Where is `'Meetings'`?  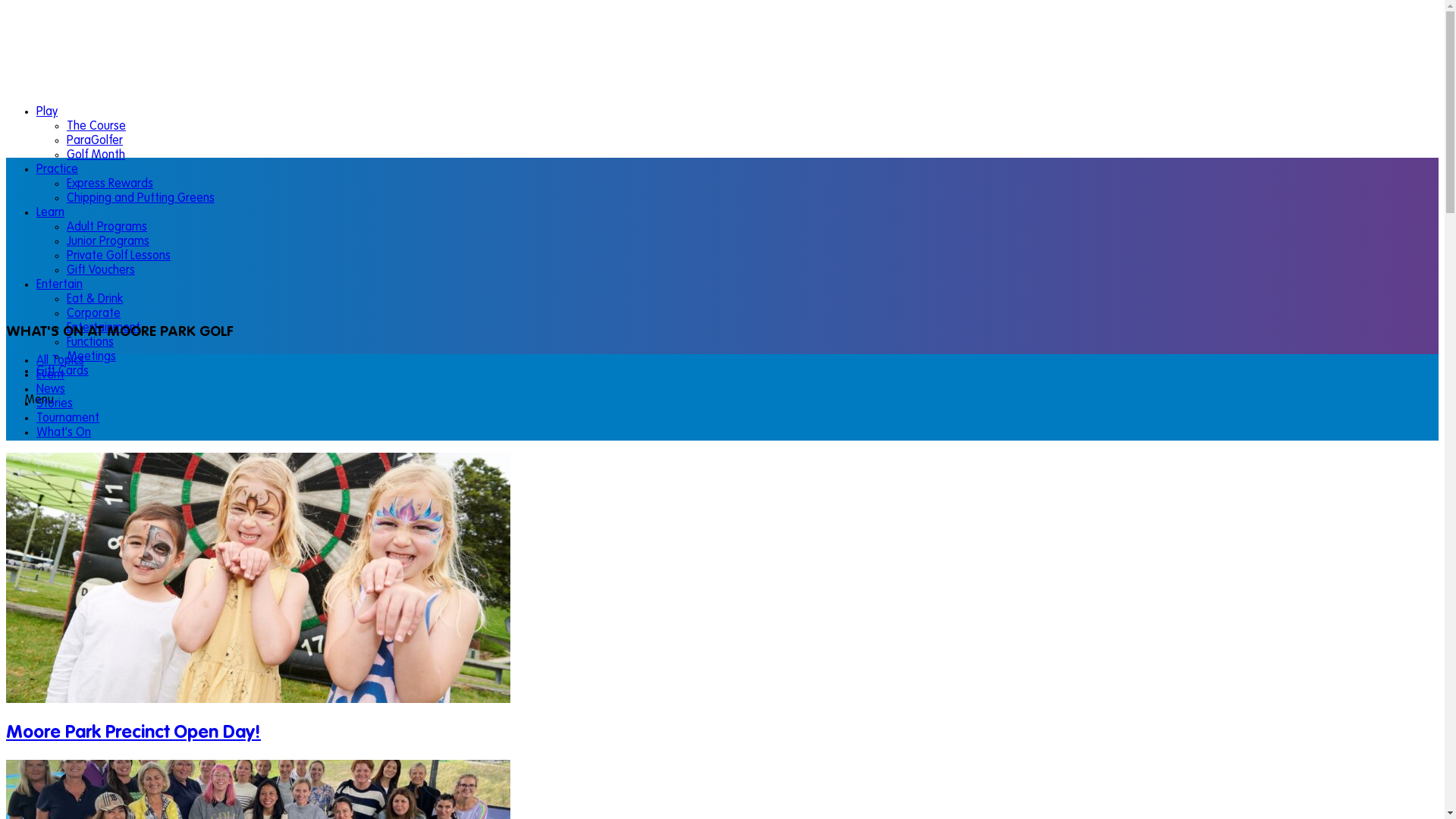
'Meetings' is located at coordinates (65, 356).